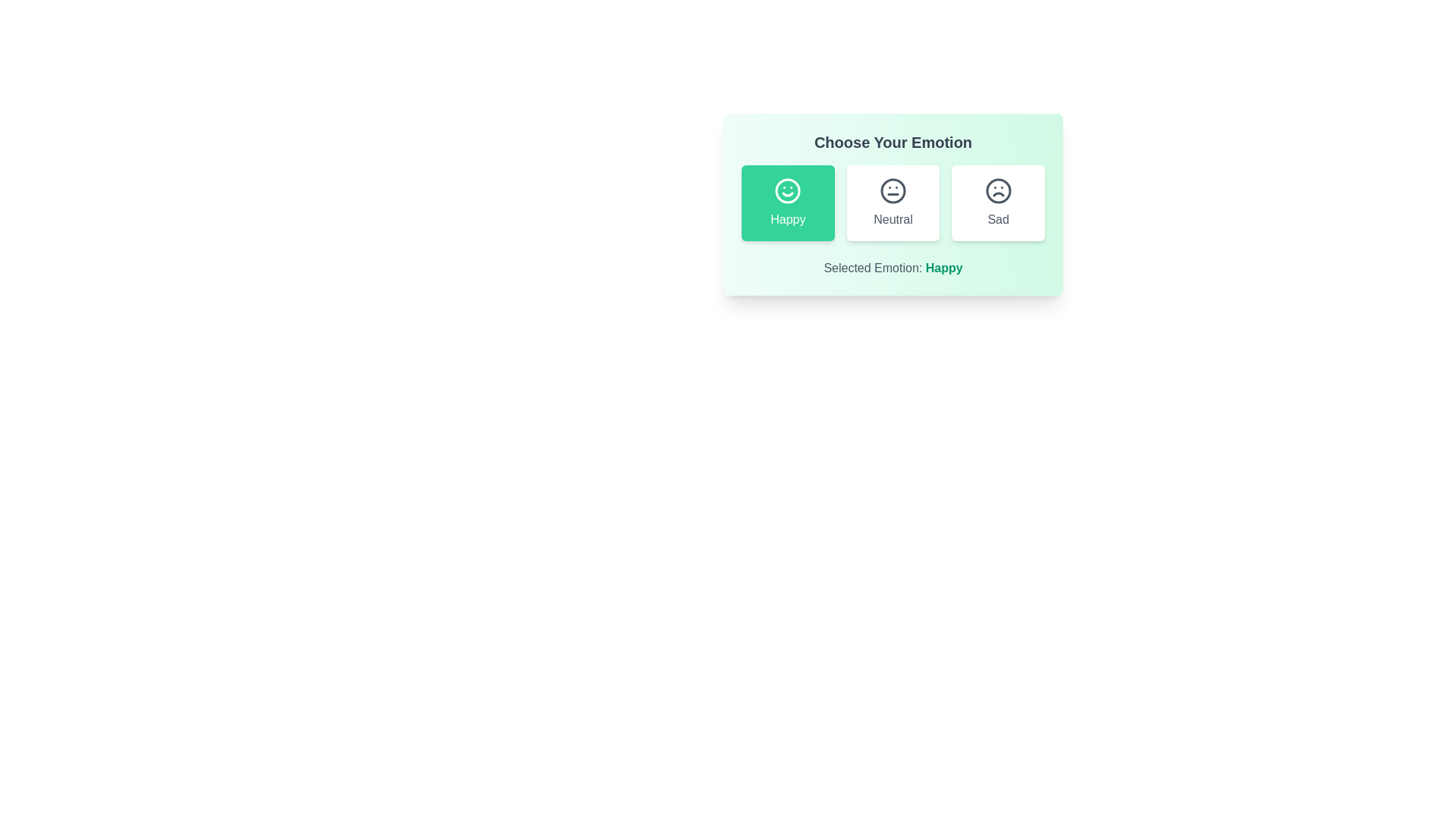 This screenshot has width=1456, height=819. I want to click on the button labeled neutral, so click(893, 202).